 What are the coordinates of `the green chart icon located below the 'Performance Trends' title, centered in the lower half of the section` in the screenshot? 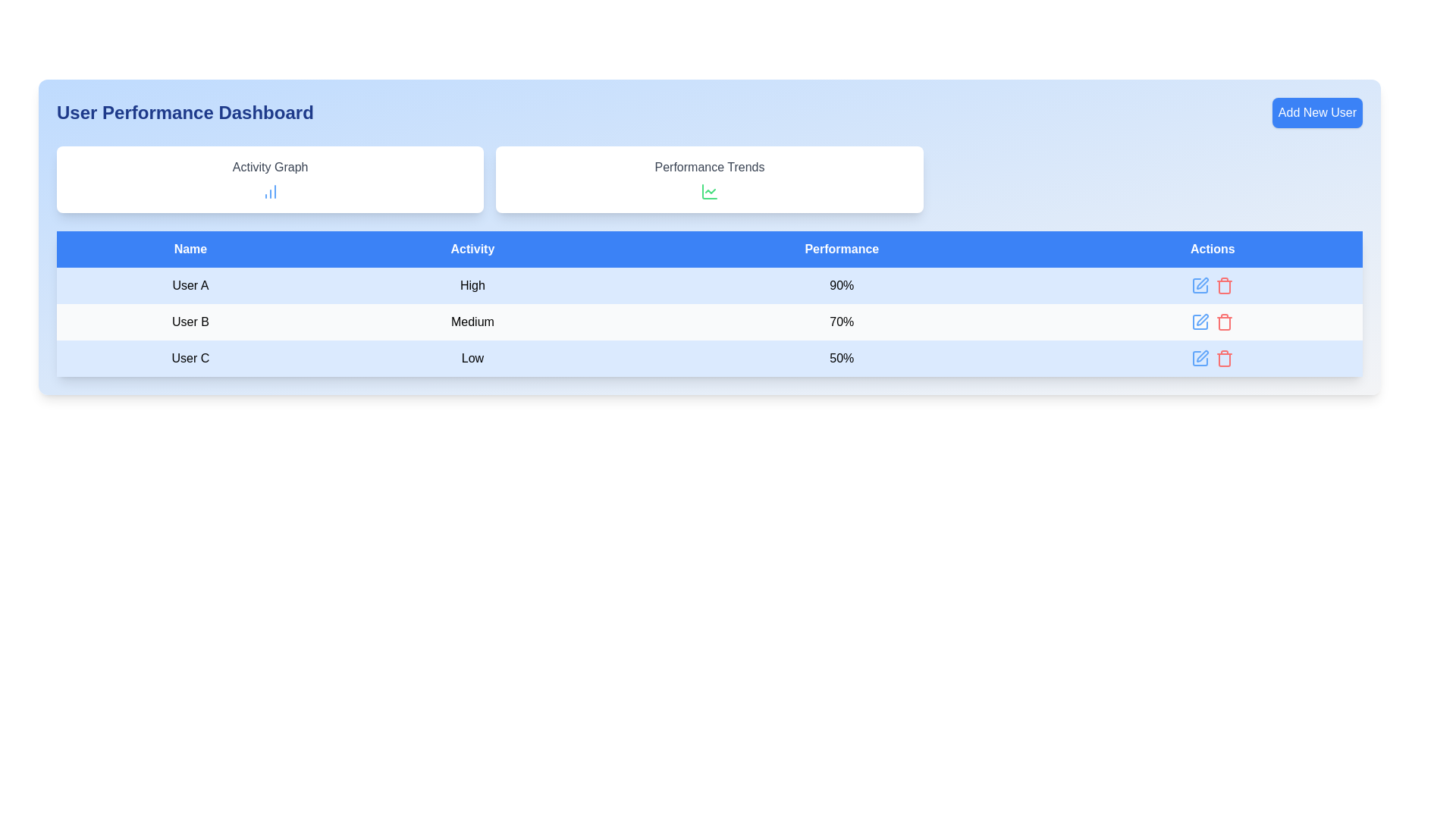 It's located at (709, 191).